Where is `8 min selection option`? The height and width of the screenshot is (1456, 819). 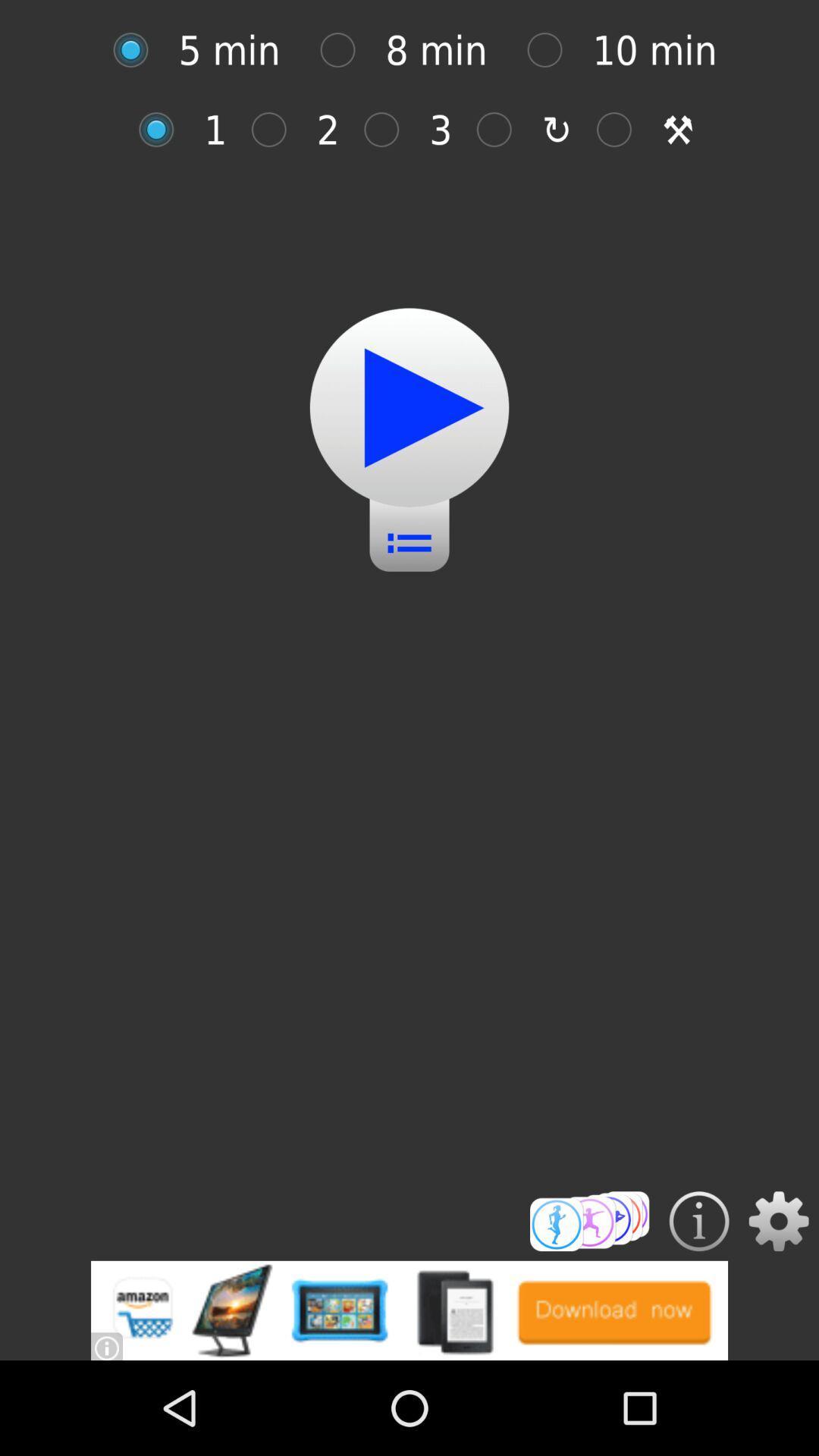
8 min selection option is located at coordinates (345, 50).